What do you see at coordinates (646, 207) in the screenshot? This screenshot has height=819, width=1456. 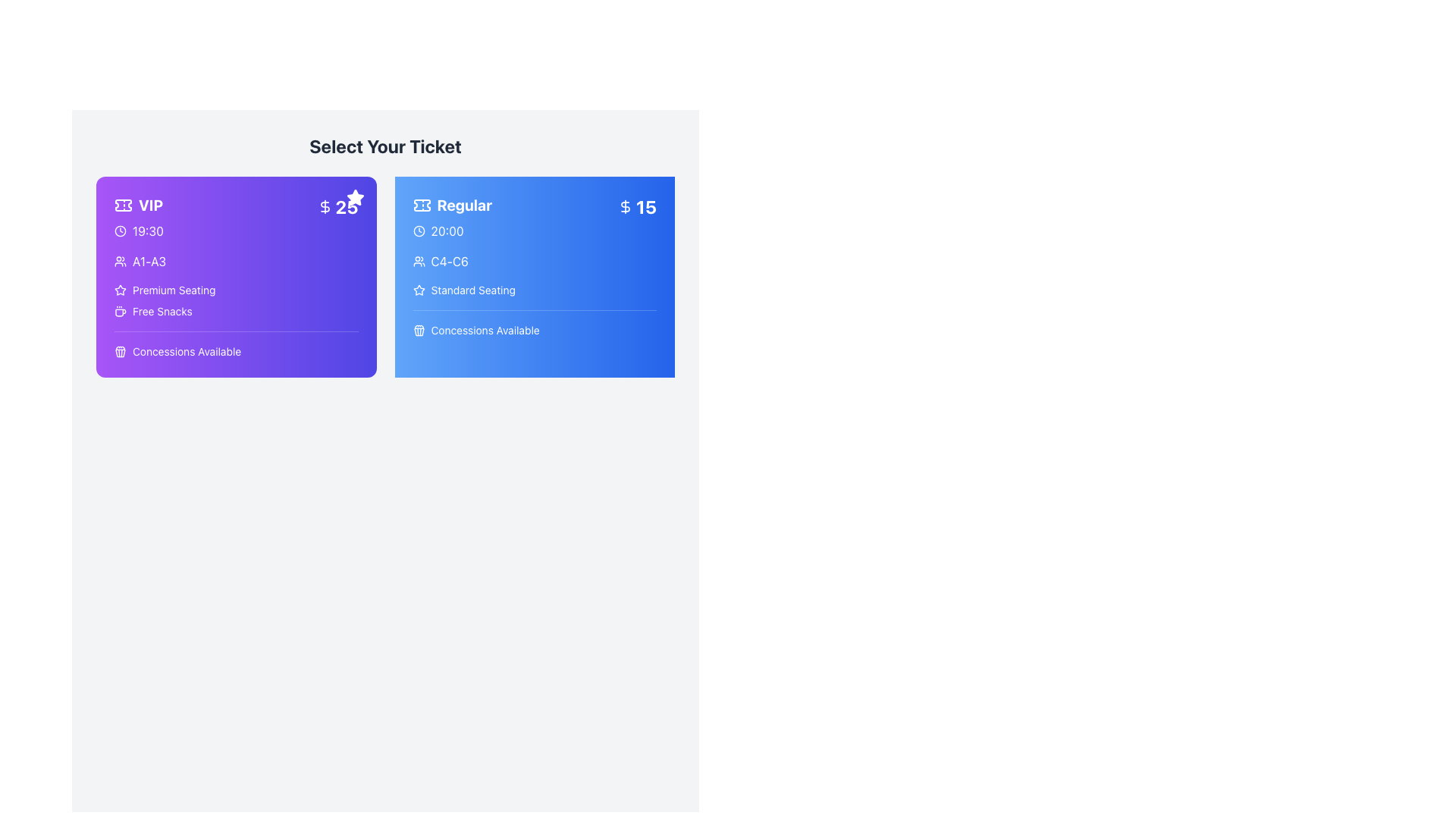 I see `the bold number '15' on the blue background in the top-right corner of the 'Regular' card` at bounding box center [646, 207].